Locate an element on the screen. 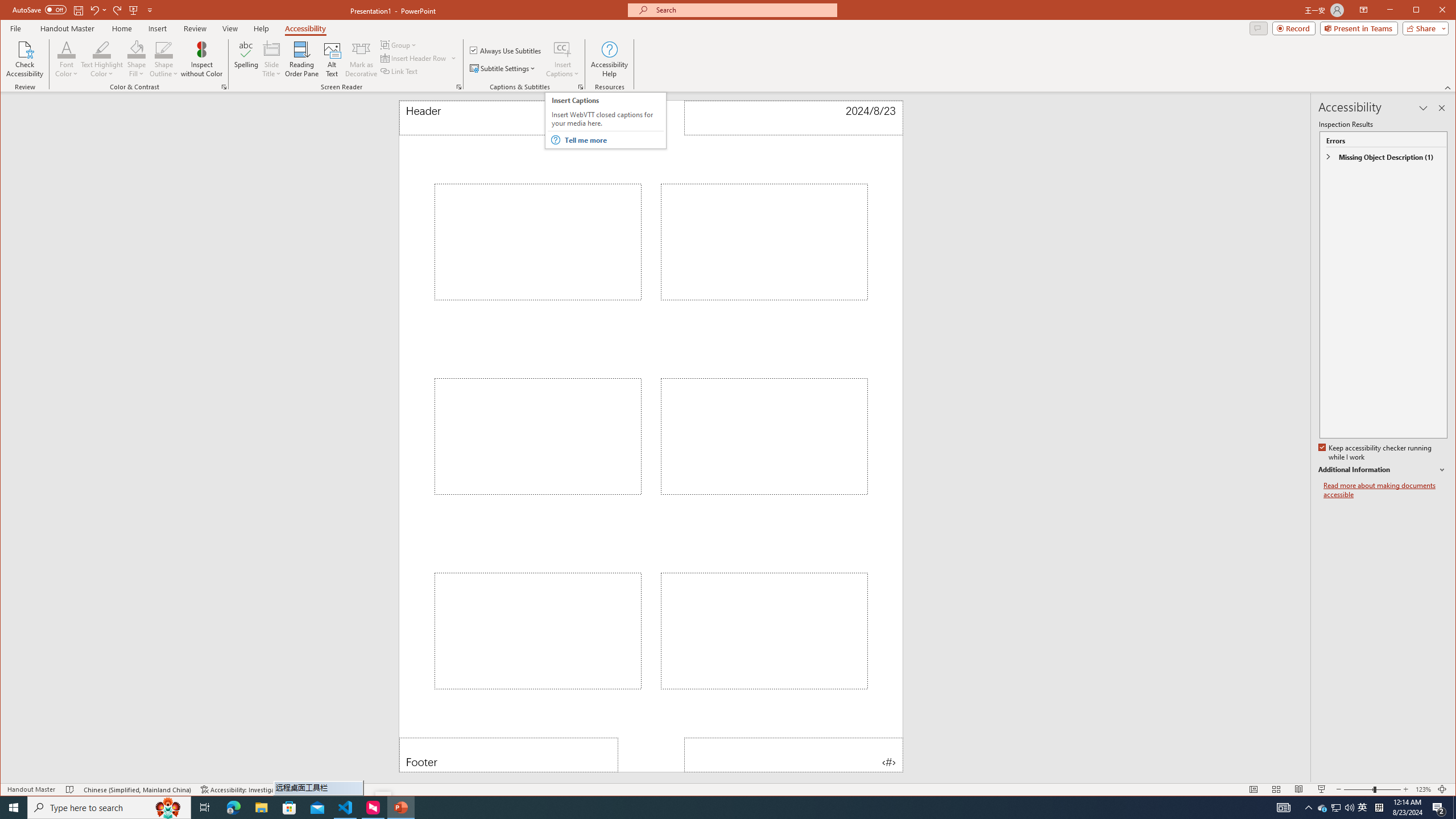 The width and height of the screenshot is (1456, 819). 'Date' is located at coordinates (793, 117).